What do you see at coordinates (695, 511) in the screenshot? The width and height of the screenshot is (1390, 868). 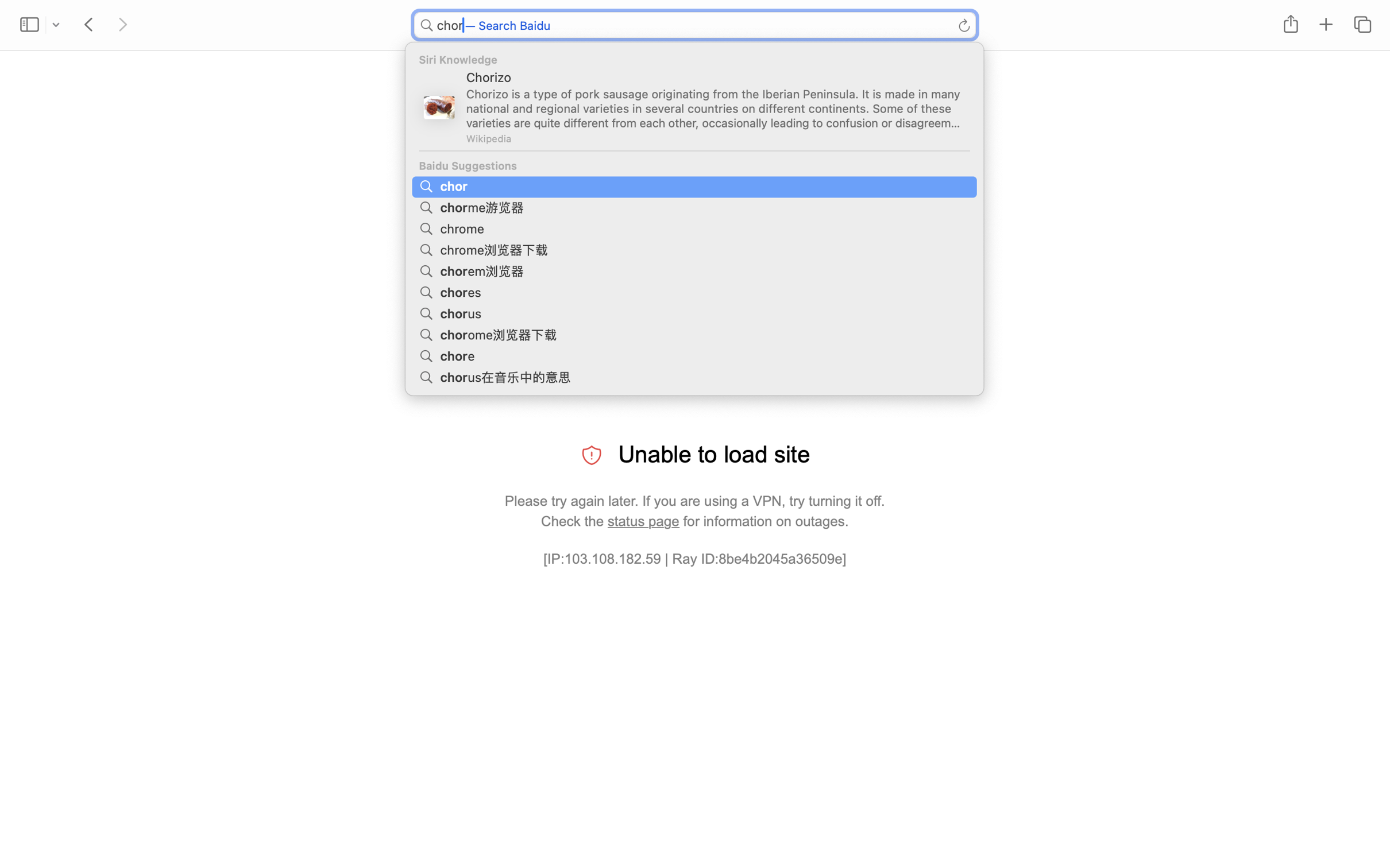 I see `'Please try again later. If you are using a VPN, try turning it off. Check the'` at bounding box center [695, 511].